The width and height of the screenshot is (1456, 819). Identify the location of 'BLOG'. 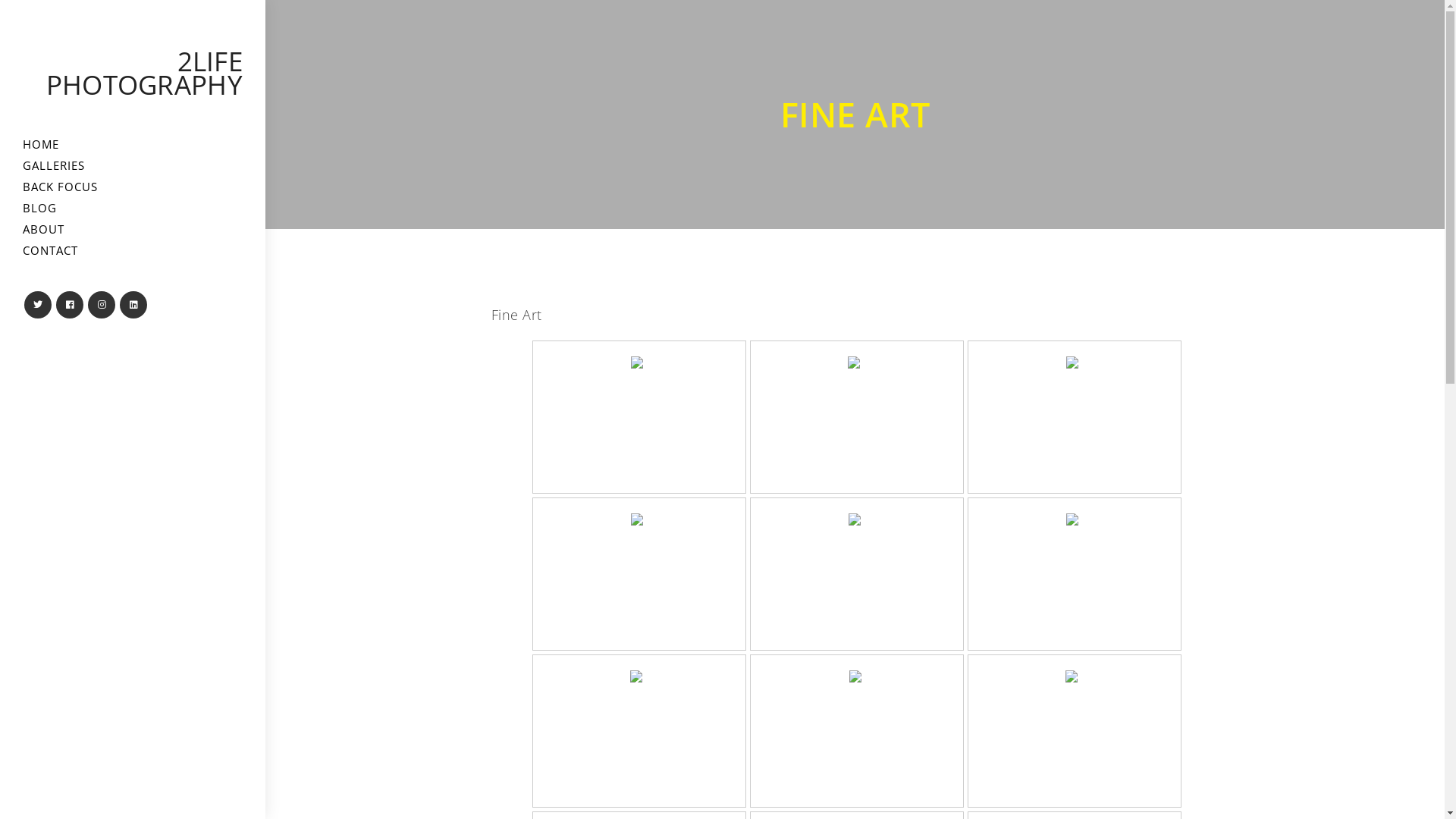
(132, 208).